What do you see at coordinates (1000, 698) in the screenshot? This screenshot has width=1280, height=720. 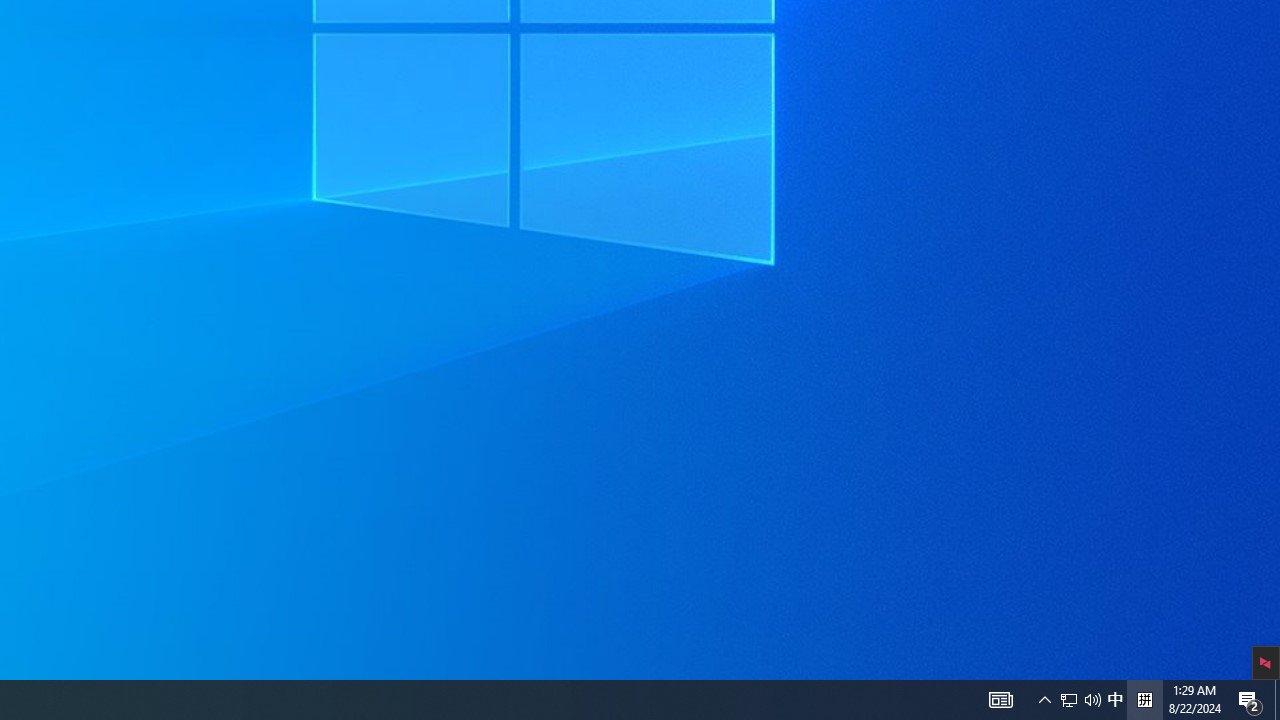 I see `'AutomationID: 4105'` at bounding box center [1000, 698].